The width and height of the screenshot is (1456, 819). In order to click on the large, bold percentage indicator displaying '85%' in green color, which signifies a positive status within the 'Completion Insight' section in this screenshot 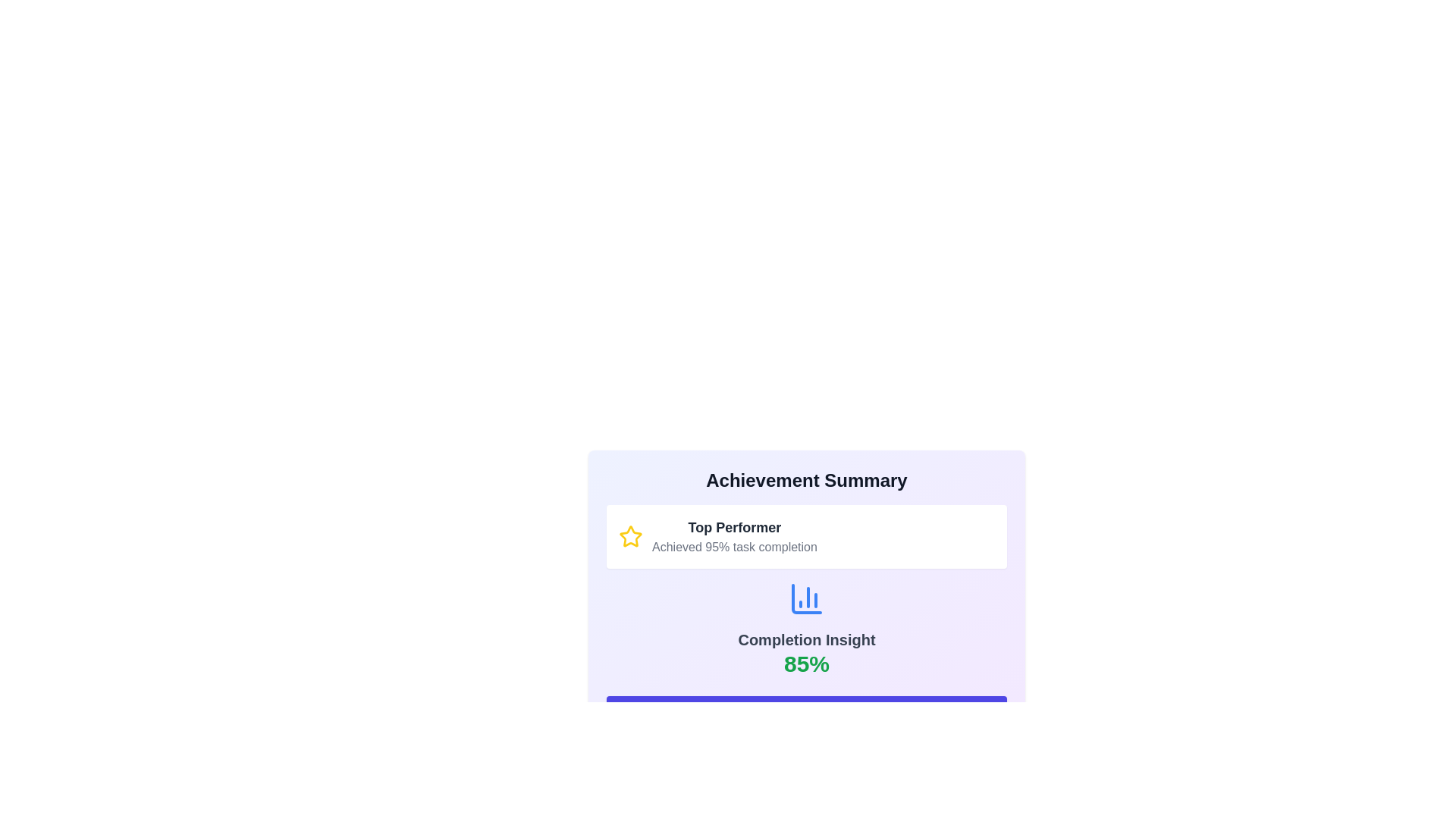, I will do `click(806, 663)`.